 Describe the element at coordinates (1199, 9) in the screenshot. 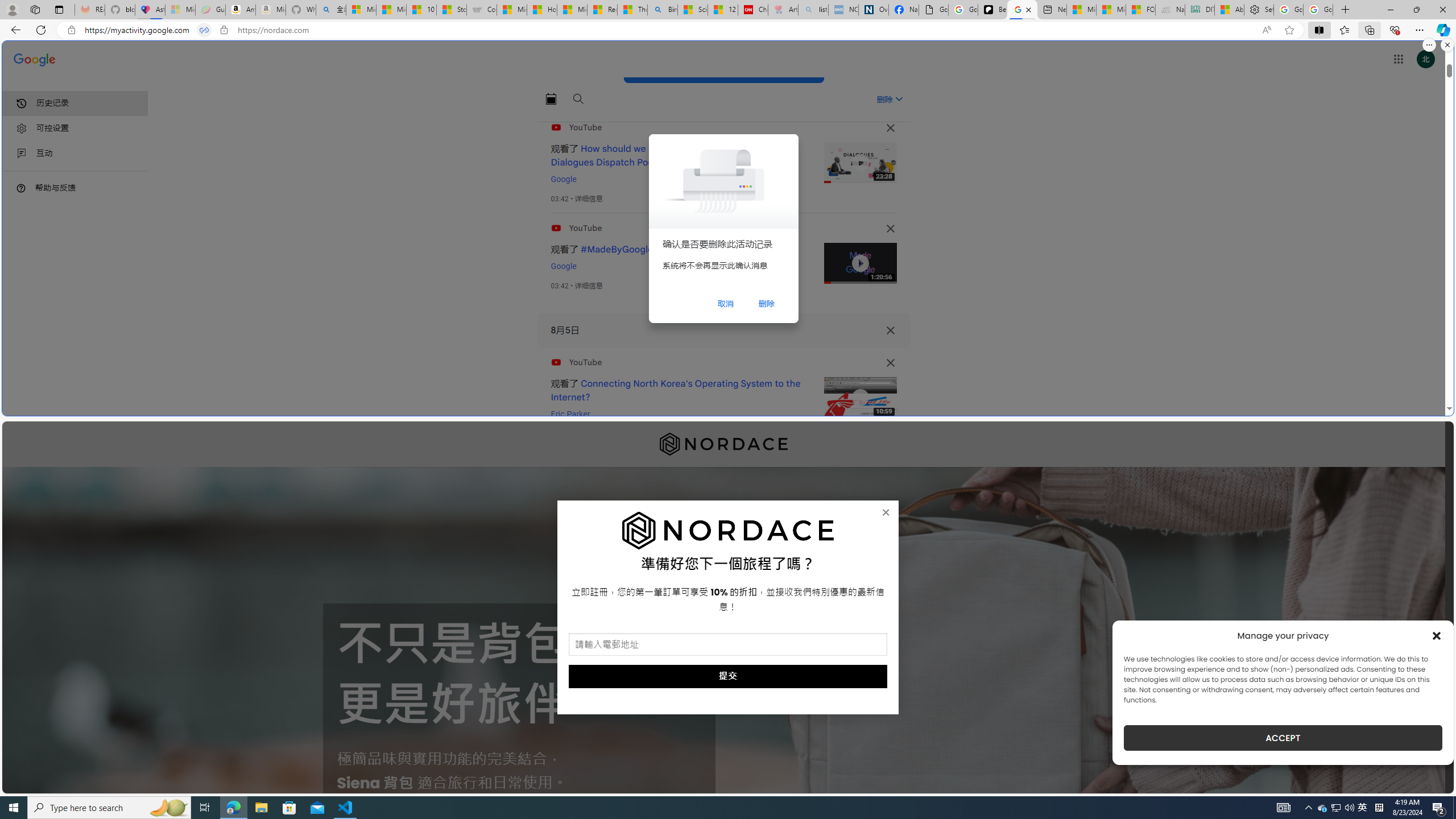

I see `'DITOGAMES AG Imprint'` at that location.